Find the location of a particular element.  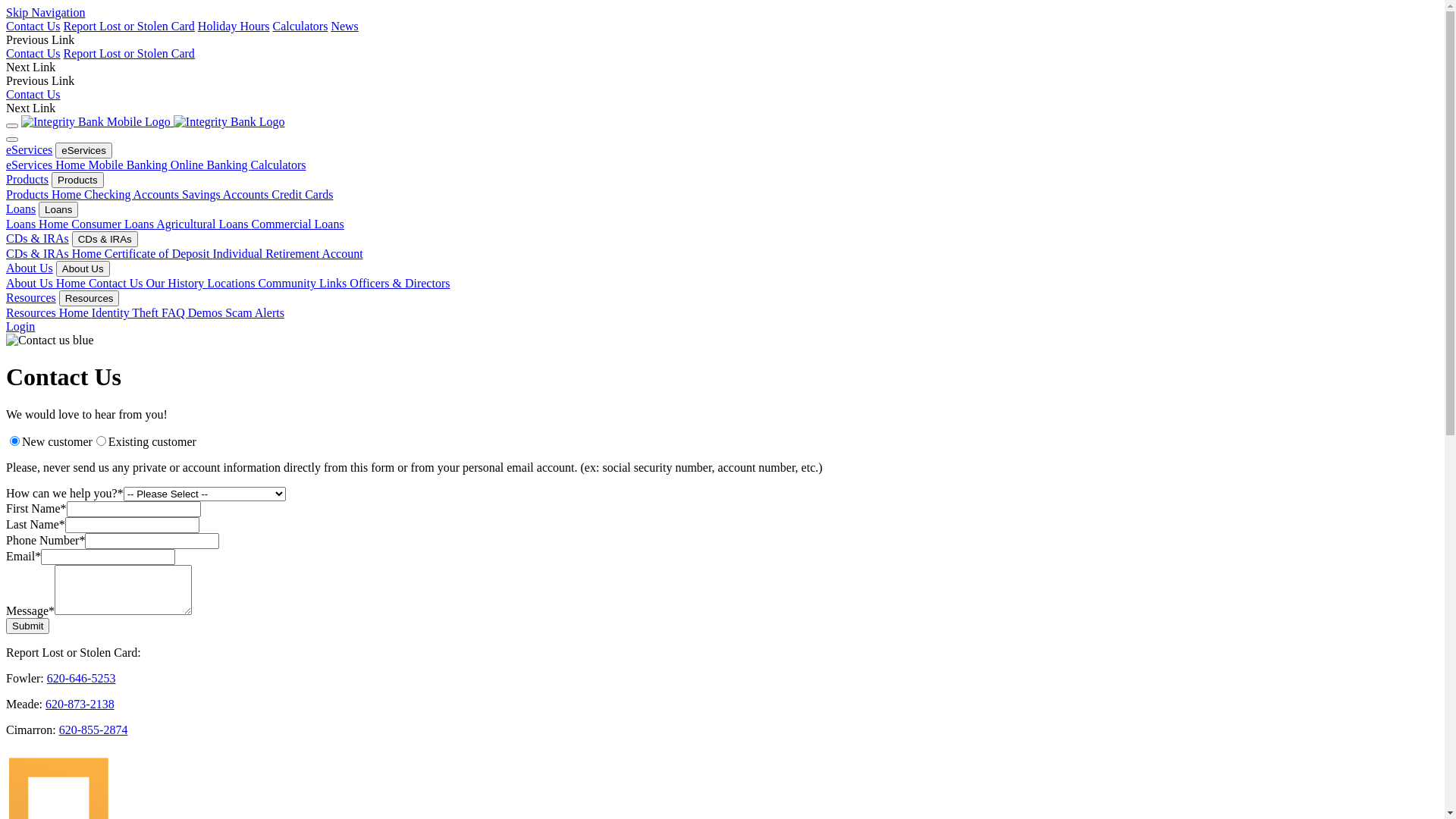

'Online Banking' is located at coordinates (210, 165).